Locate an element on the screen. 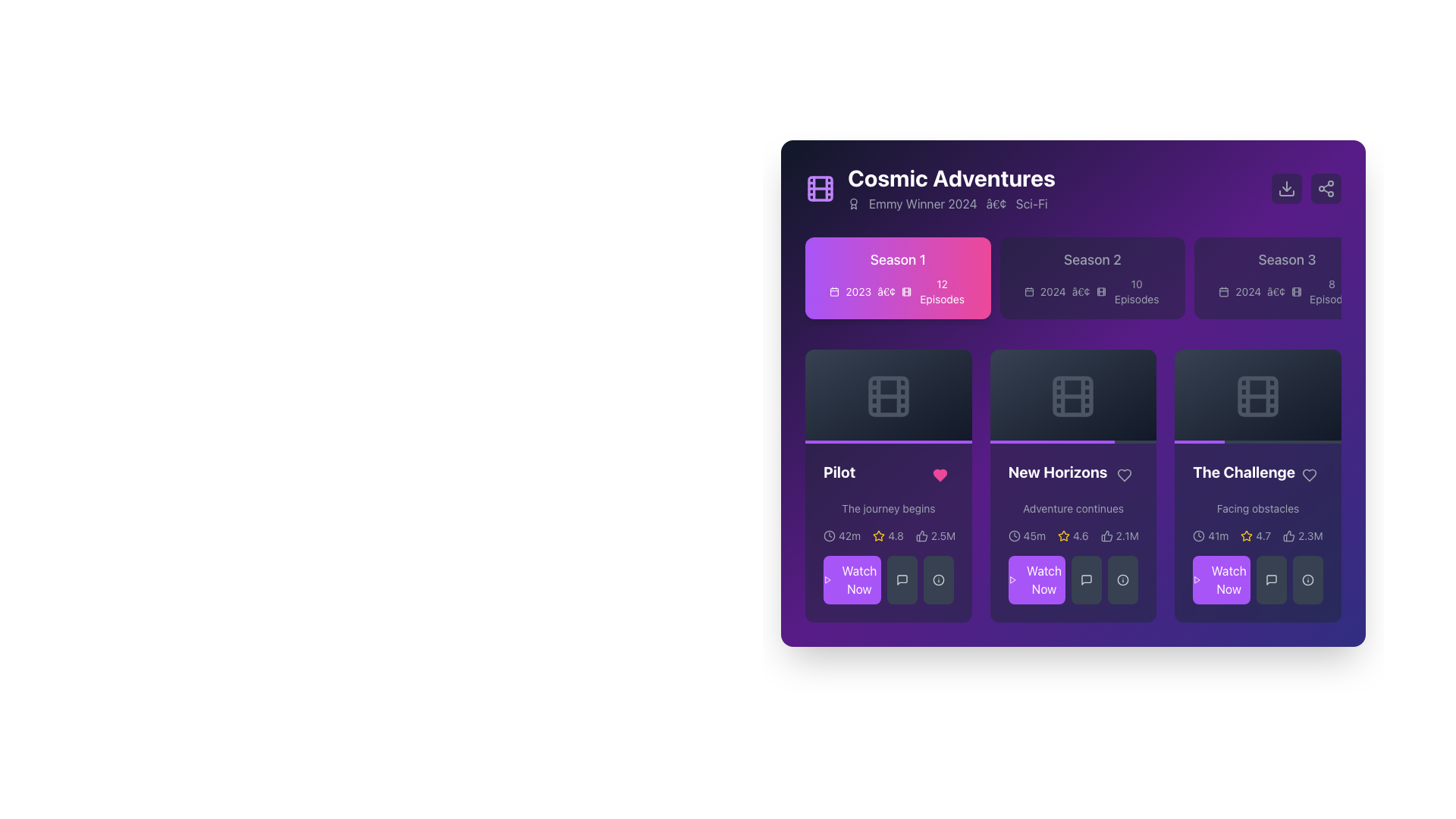 The width and height of the screenshot is (1456, 819). the central circular graphical component within the information symbol icon located in the bottom right section of the interface, associated with the episode 'The Challenge' is located at coordinates (1307, 579).